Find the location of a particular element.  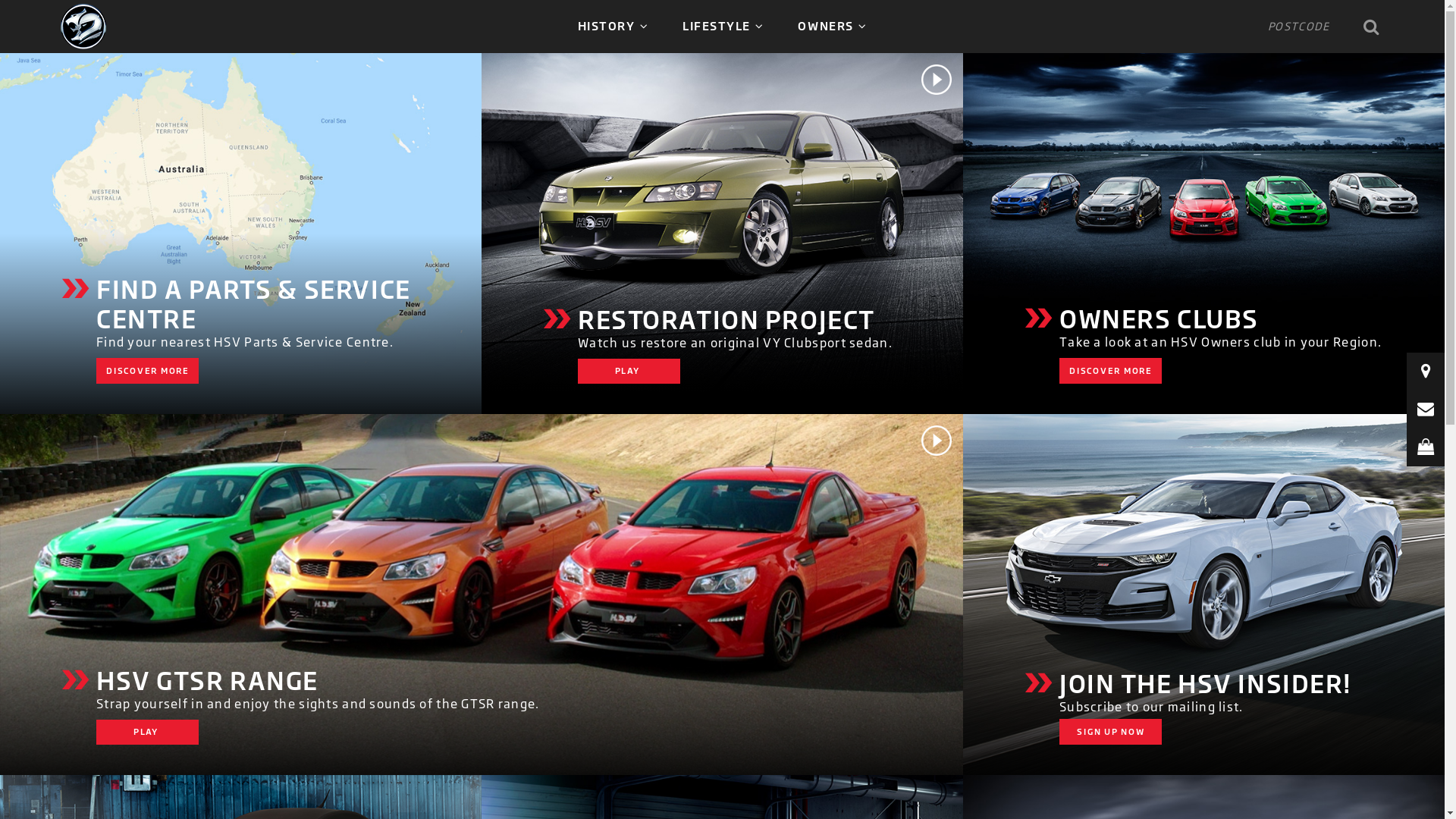

'Subscribe to HSV' is located at coordinates (1203, 593).